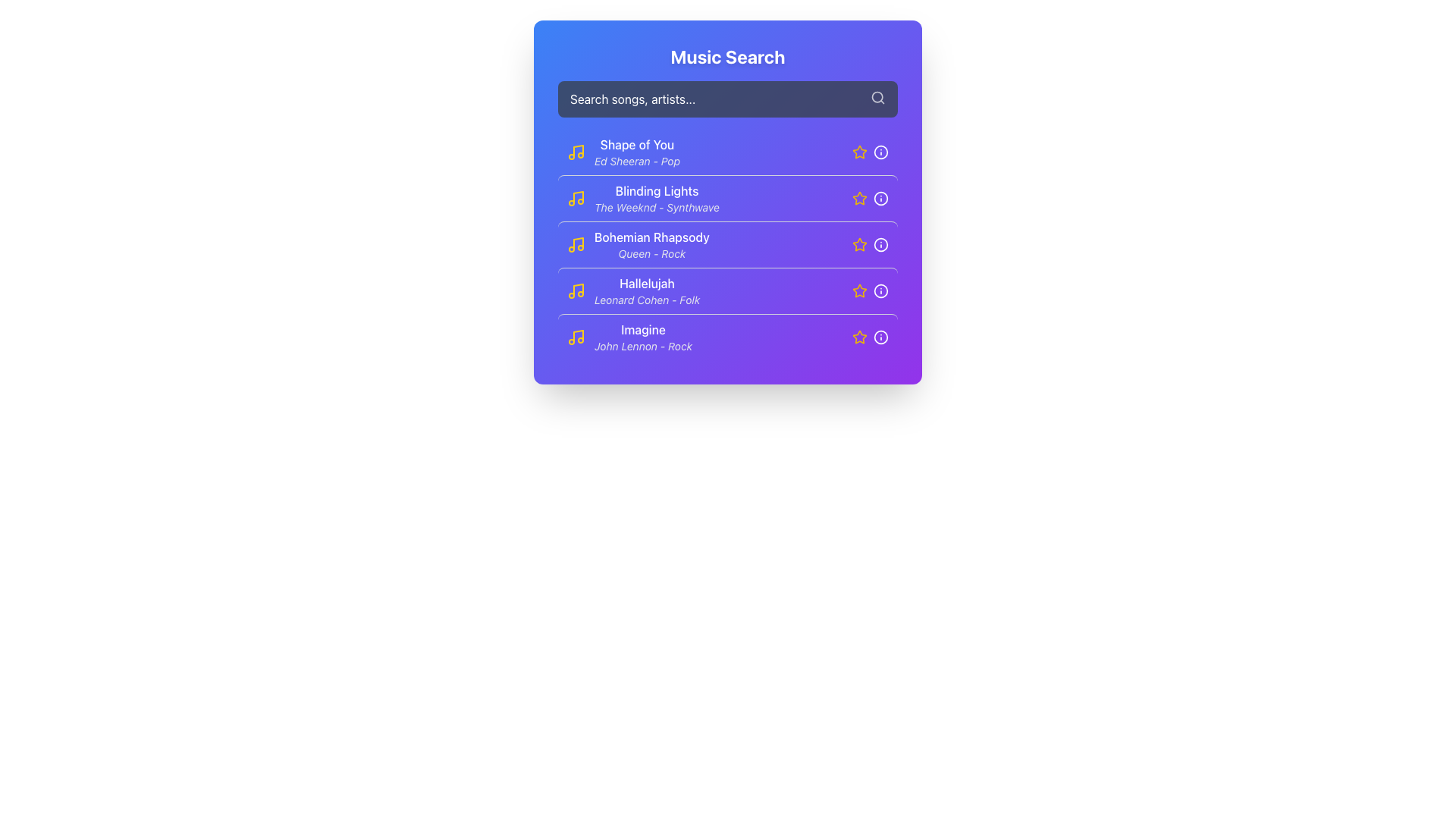 The height and width of the screenshot is (819, 1456). Describe the element at coordinates (575, 291) in the screenshot. I see `the SVG graphic icon representing the musical note associated with the song 'Hallelujah' in the 'Music Search' interface` at that location.